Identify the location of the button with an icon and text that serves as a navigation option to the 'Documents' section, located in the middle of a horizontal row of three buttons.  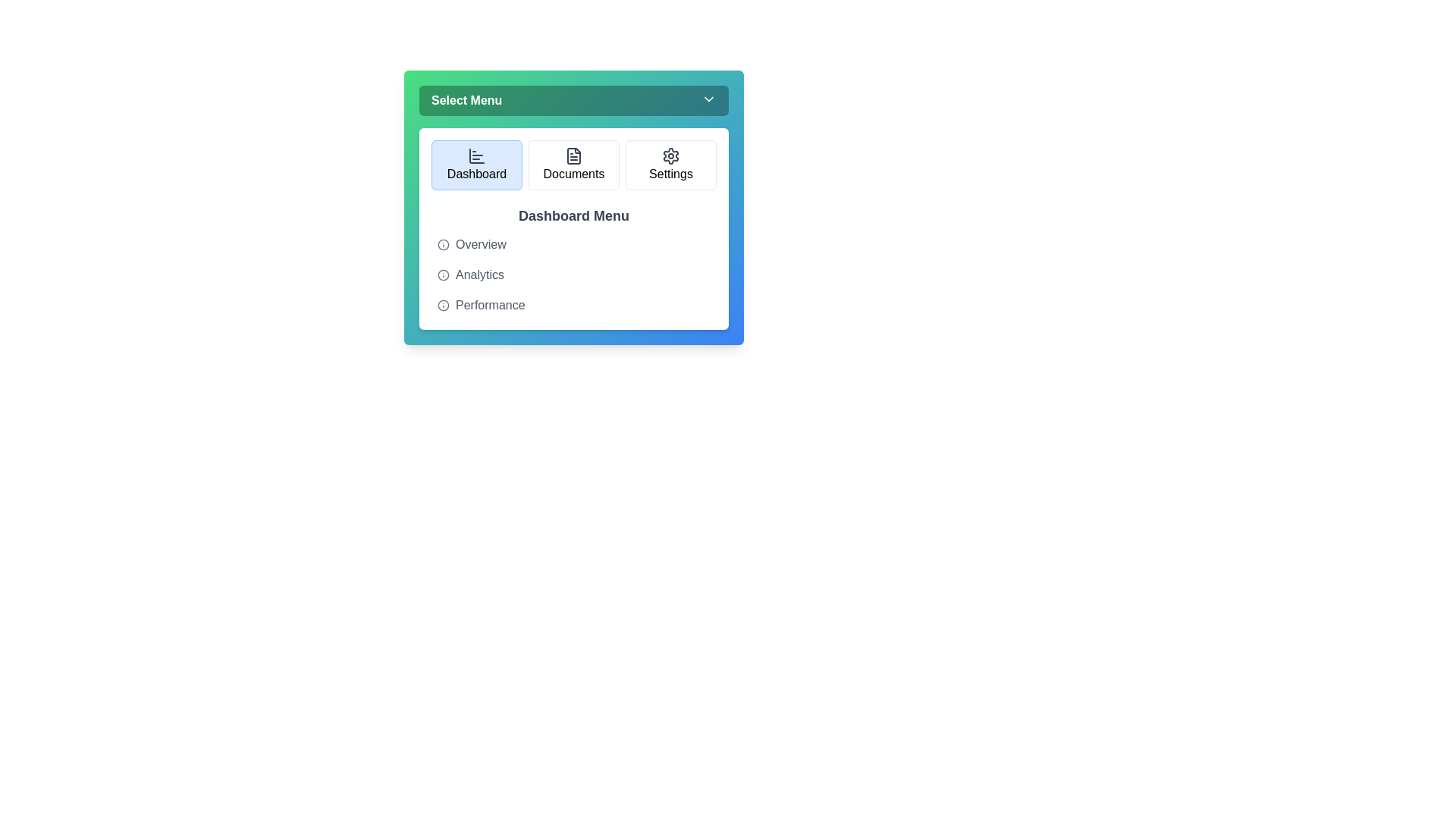
(573, 165).